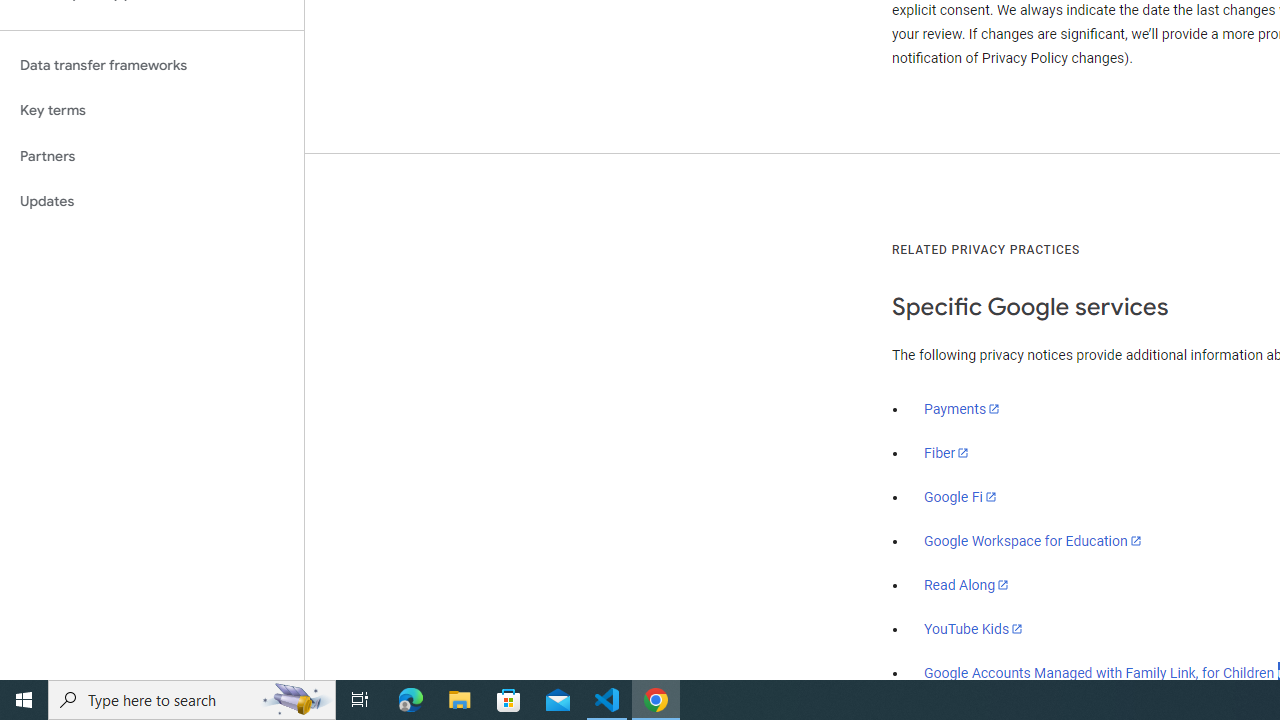  I want to click on 'Fiber', so click(946, 453).